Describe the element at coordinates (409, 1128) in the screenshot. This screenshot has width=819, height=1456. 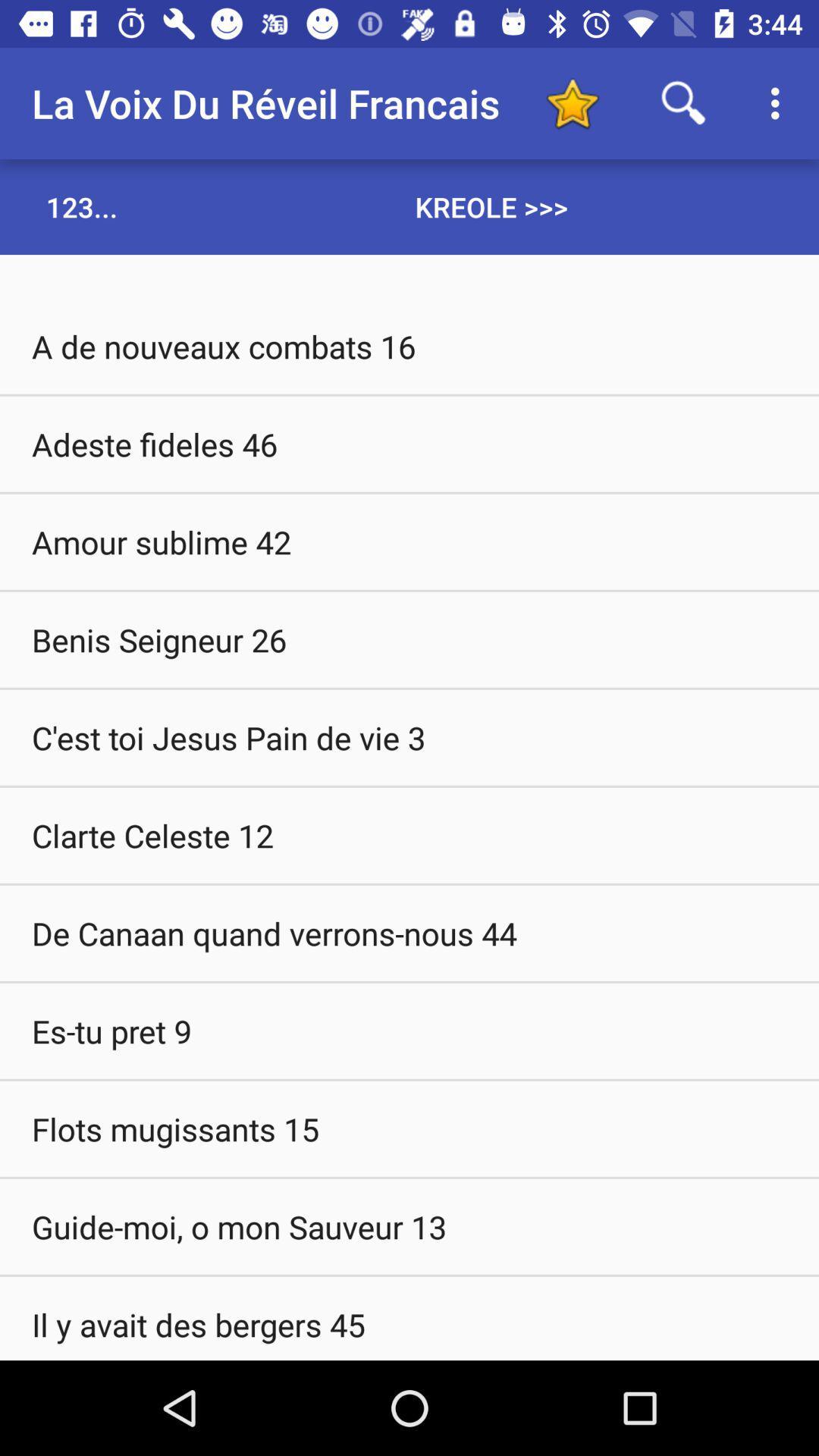
I see `icon below es tu pret icon` at that location.